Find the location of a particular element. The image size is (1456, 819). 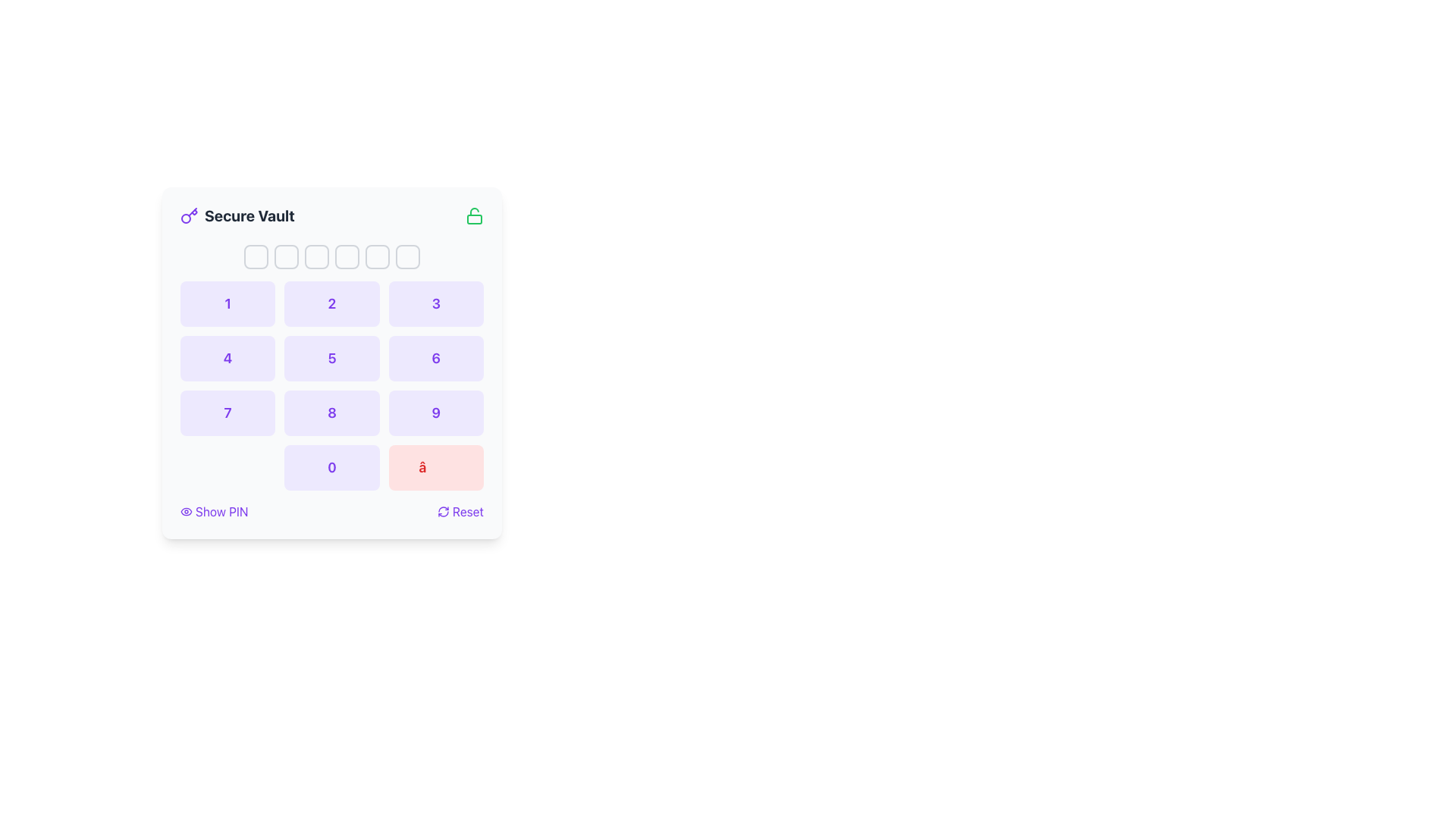

the button with rounded corners and a purple background labeled '8' on the numeric keypad to input '8' is located at coordinates (331, 413).